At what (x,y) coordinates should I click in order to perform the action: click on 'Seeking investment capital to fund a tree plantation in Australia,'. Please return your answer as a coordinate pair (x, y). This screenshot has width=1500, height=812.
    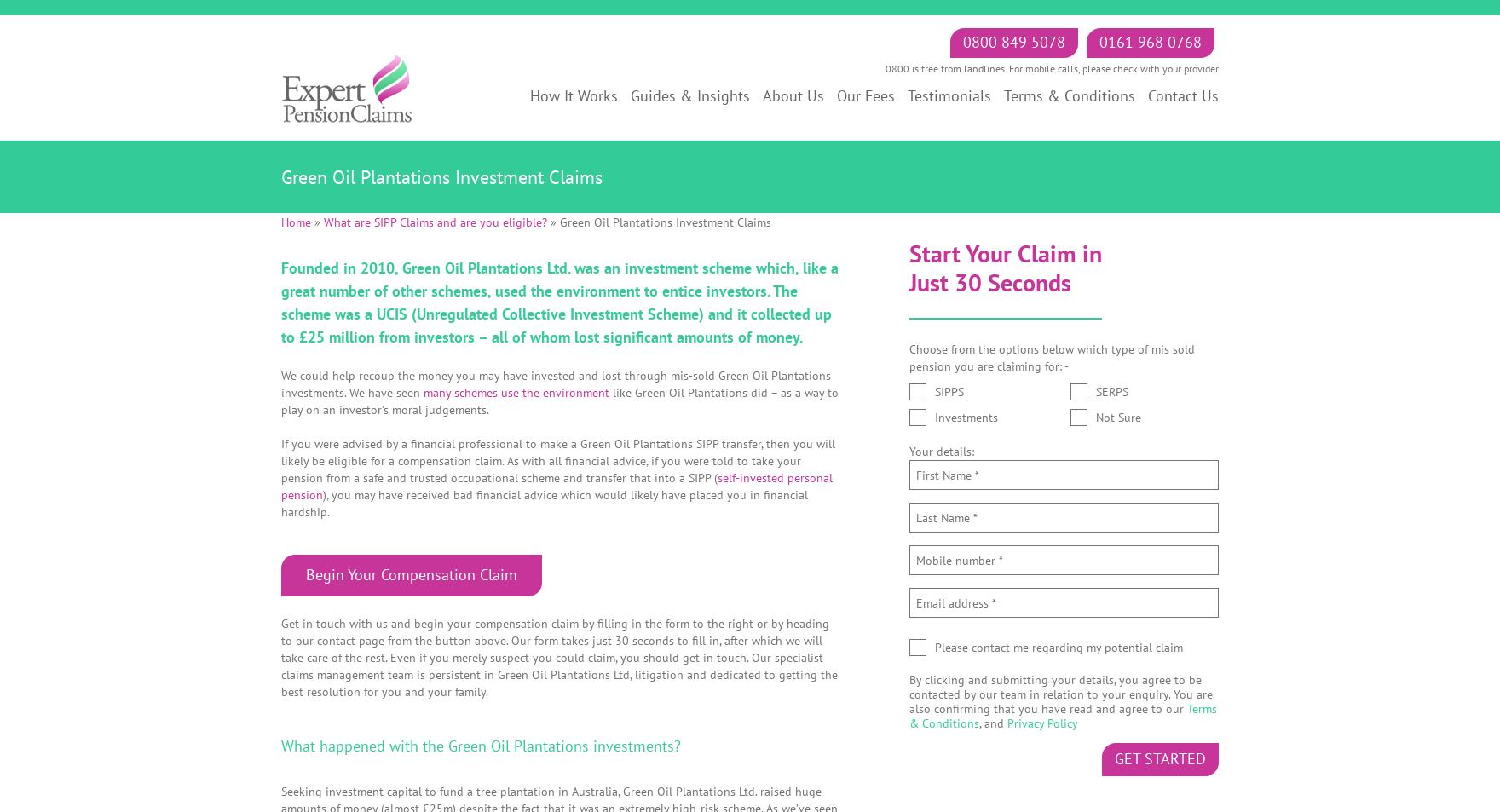
    Looking at the image, I should click on (452, 791).